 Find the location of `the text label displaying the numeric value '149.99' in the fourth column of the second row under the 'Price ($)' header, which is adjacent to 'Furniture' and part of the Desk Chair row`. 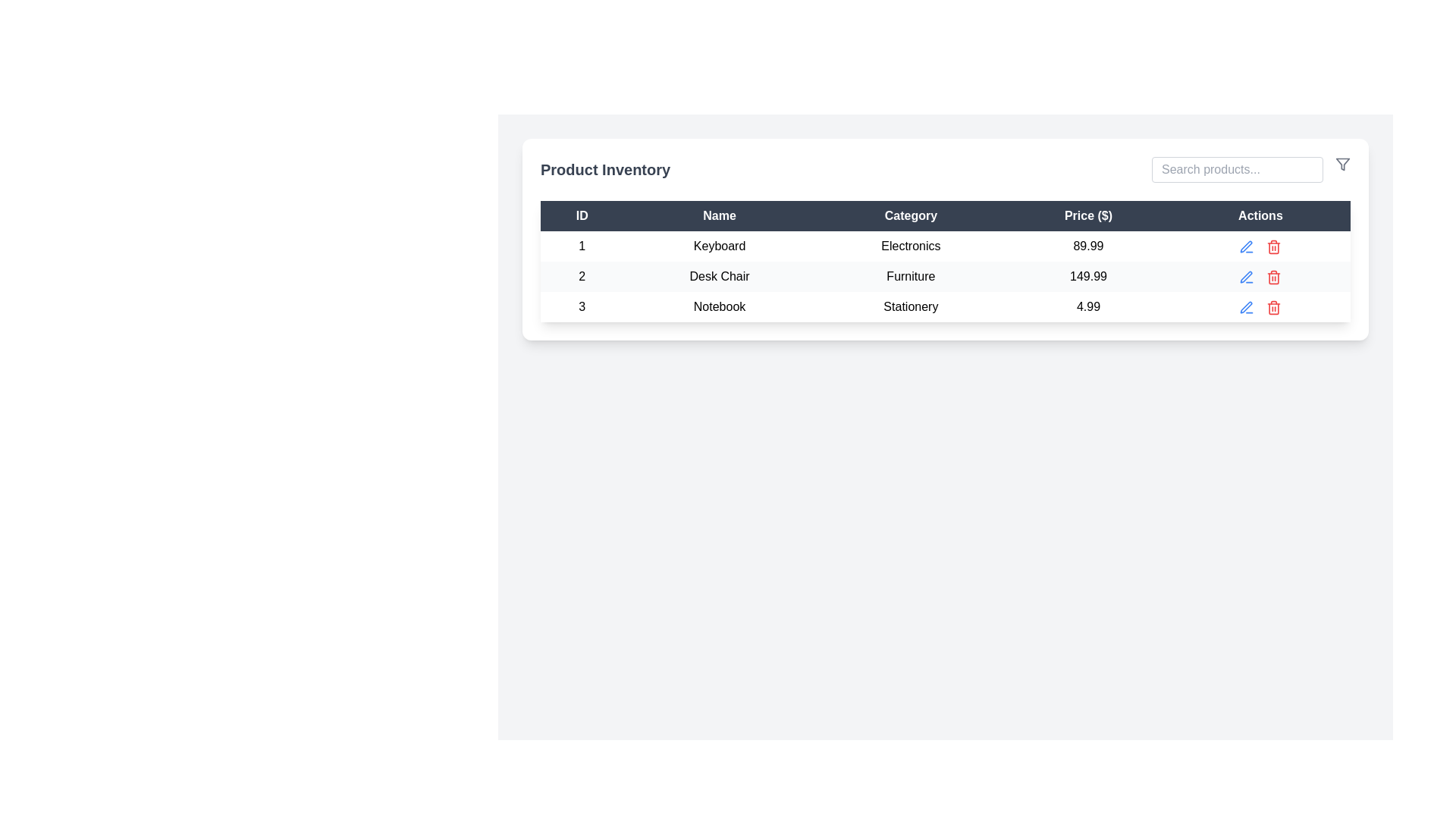

the text label displaying the numeric value '149.99' in the fourth column of the second row under the 'Price ($)' header, which is adjacent to 'Furniture' and part of the Desk Chair row is located at coordinates (1087, 277).